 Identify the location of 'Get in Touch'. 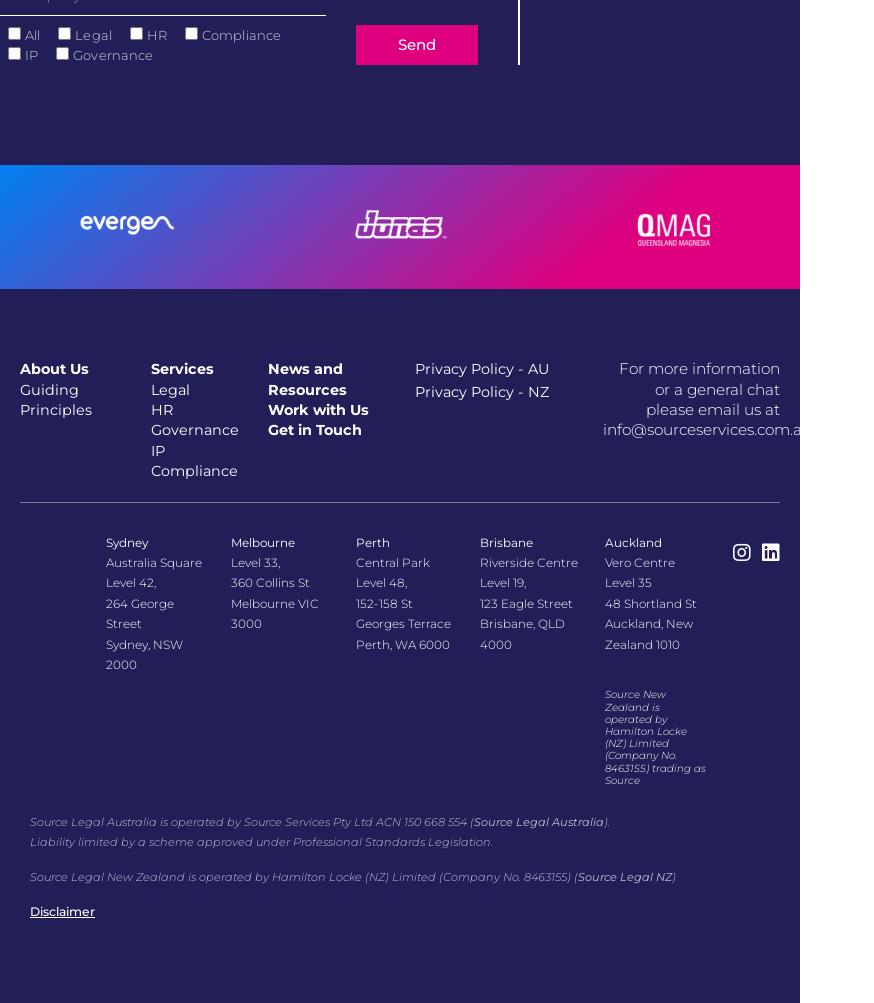
(313, 429).